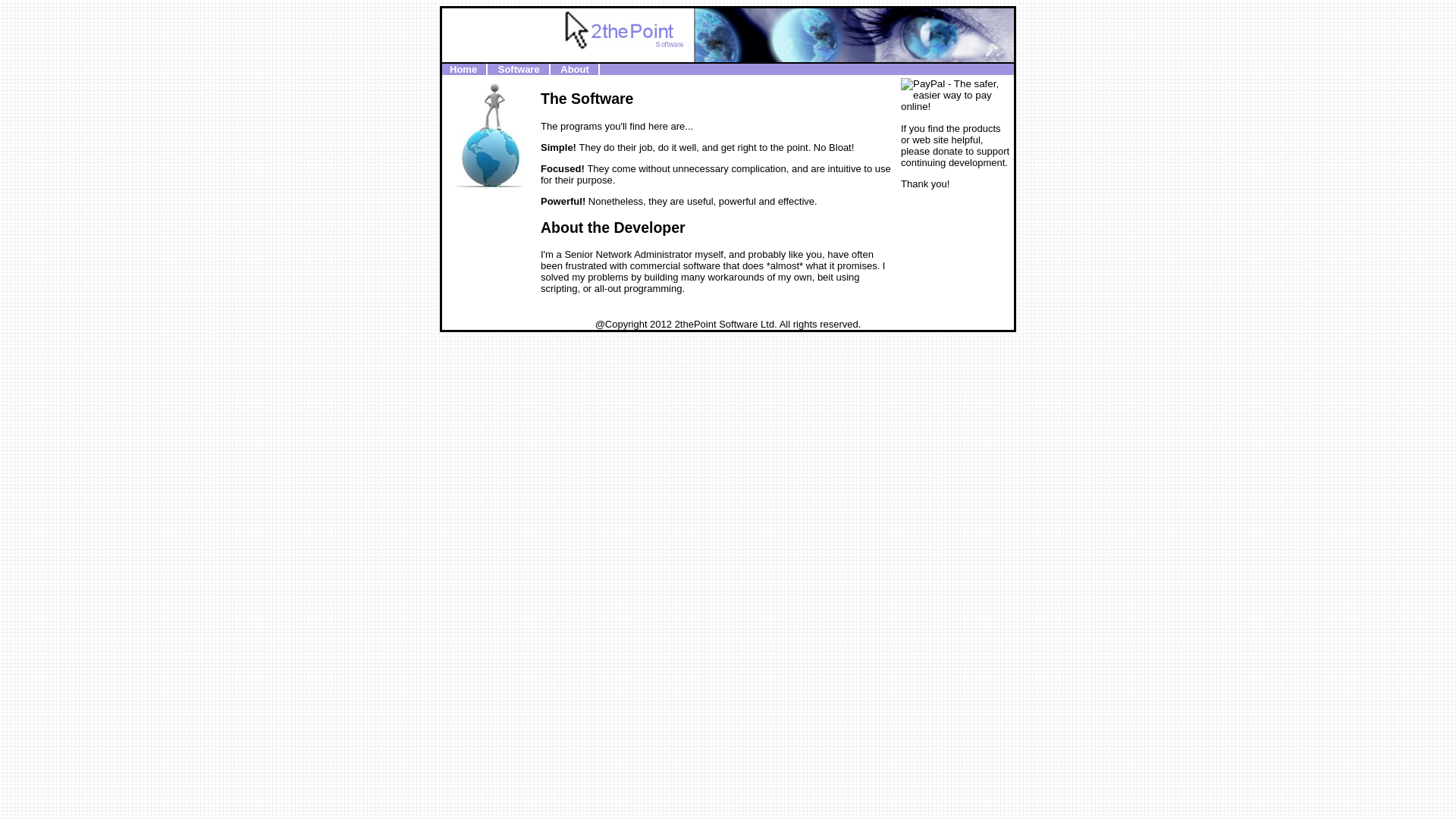 The height and width of the screenshot is (819, 1456). Describe the element at coordinates (519, 69) in the screenshot. I see `'Software'` at that location.